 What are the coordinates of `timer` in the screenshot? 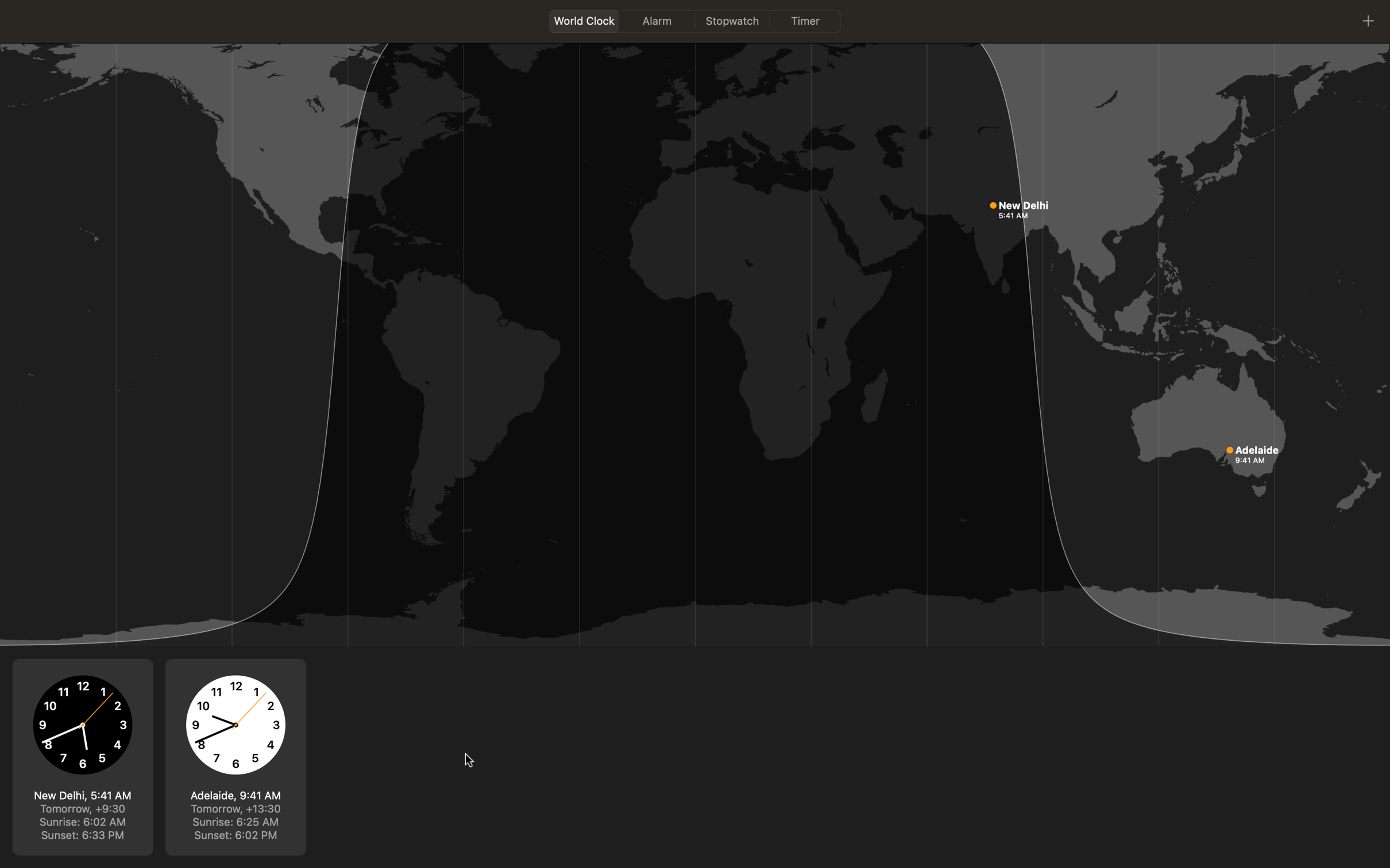 It's located at (806, 20).